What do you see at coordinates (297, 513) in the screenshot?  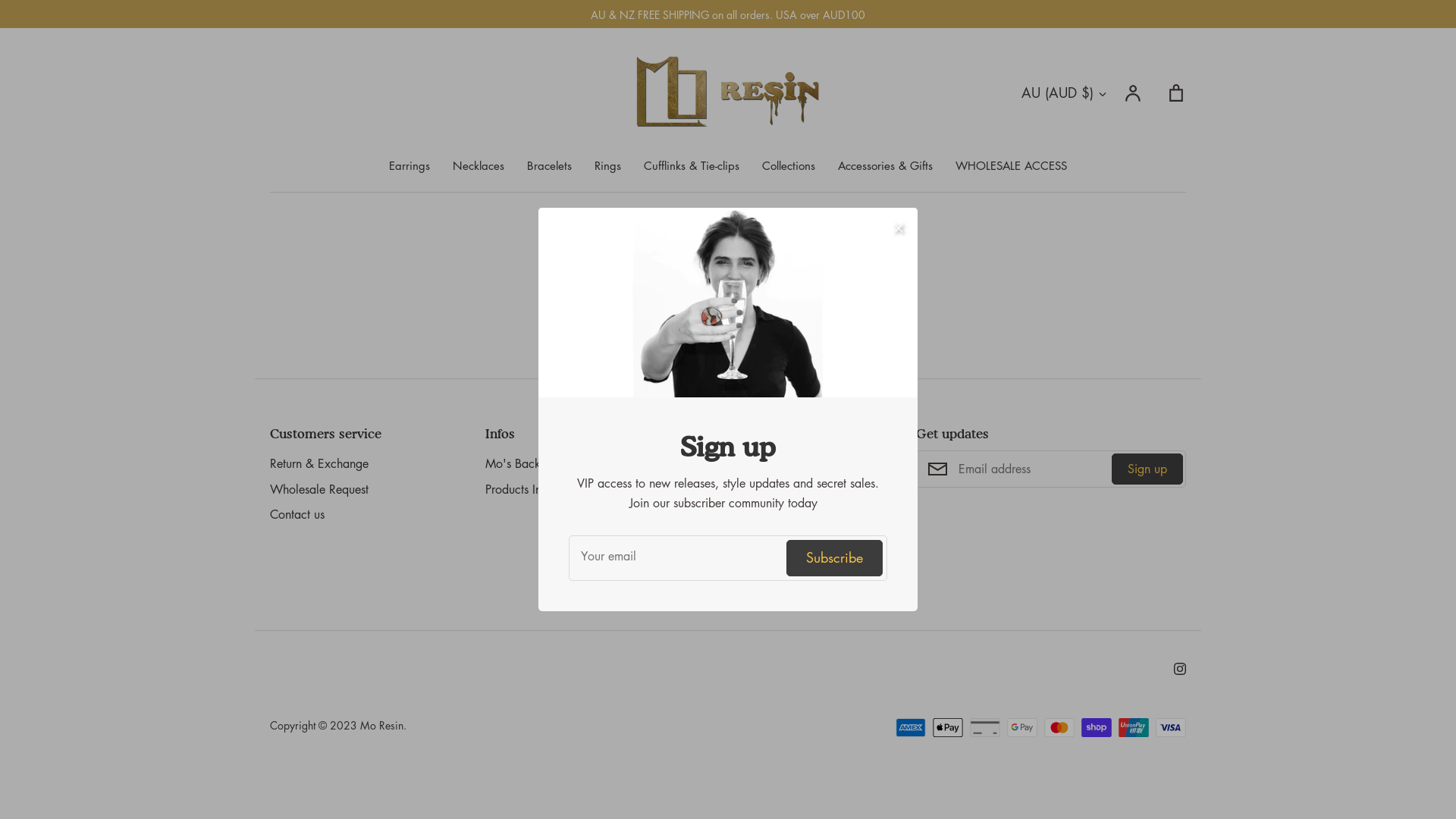 I see `'Contact us'` at bounding box center [297, 513].